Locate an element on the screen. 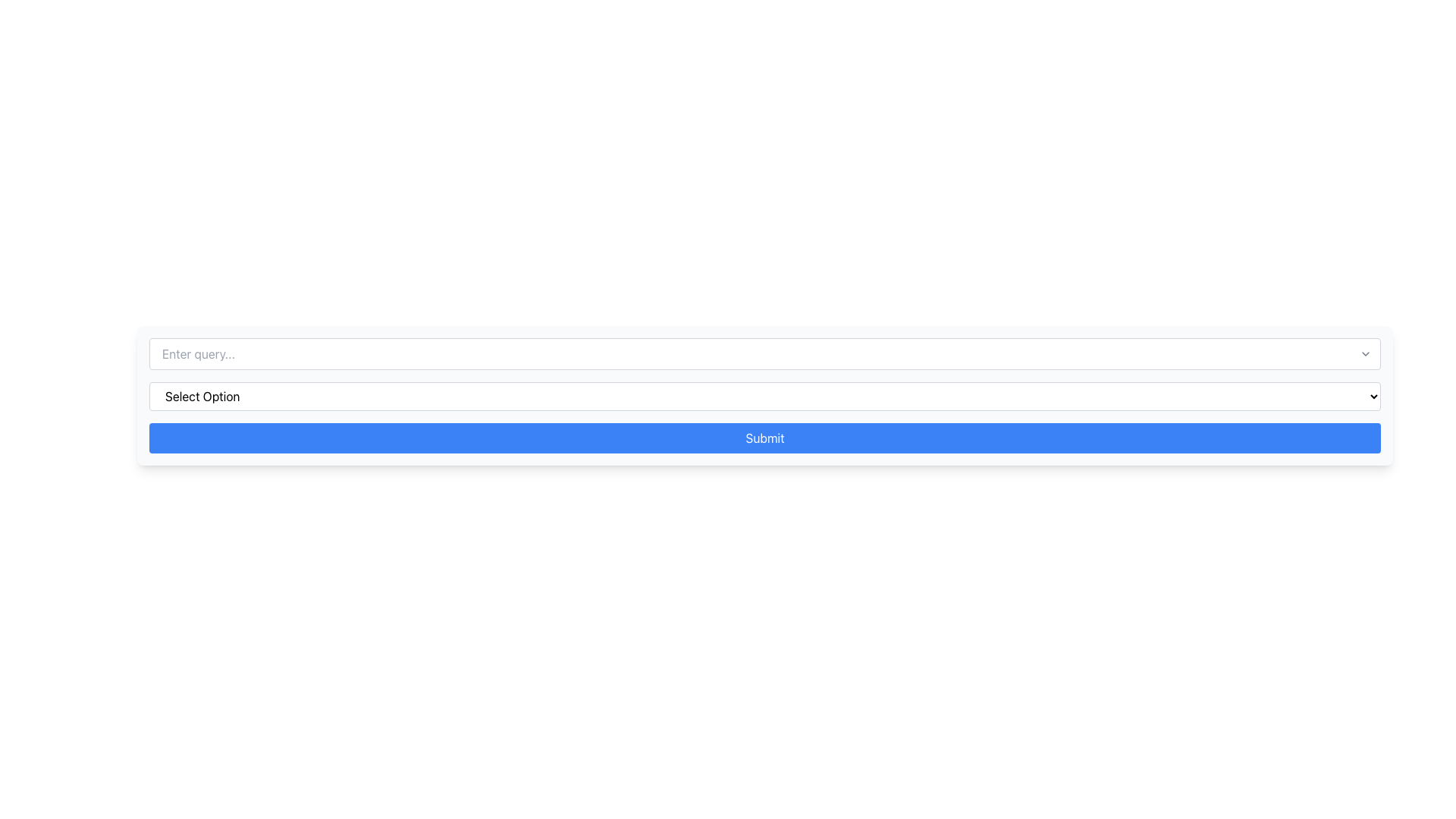  the dropdown menu with a white background and a gray outline is located at coordinates (764, 396).